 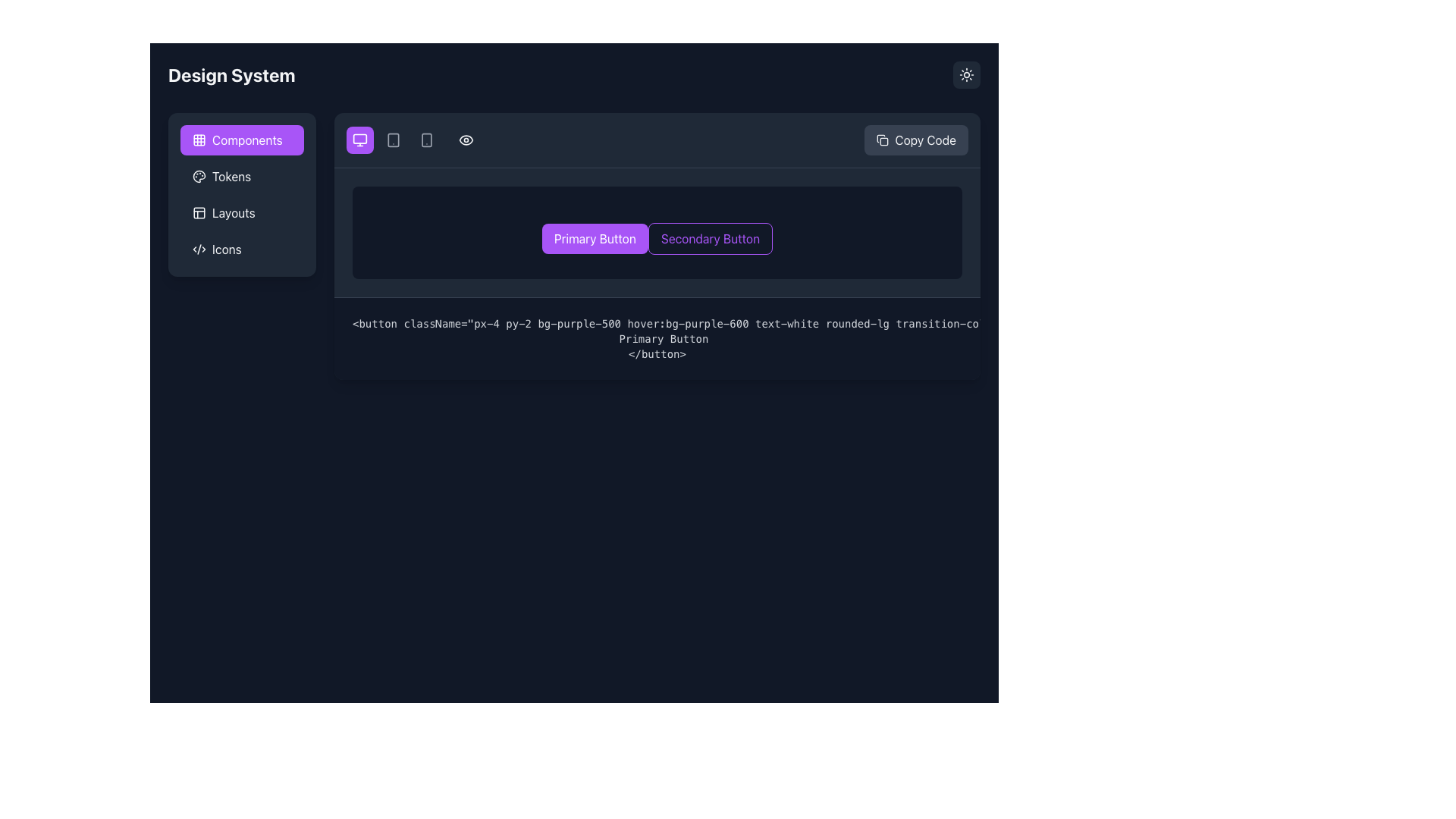 I want to click on the 'Tokens' label in the navigation menu, so click(x=231, y=175).